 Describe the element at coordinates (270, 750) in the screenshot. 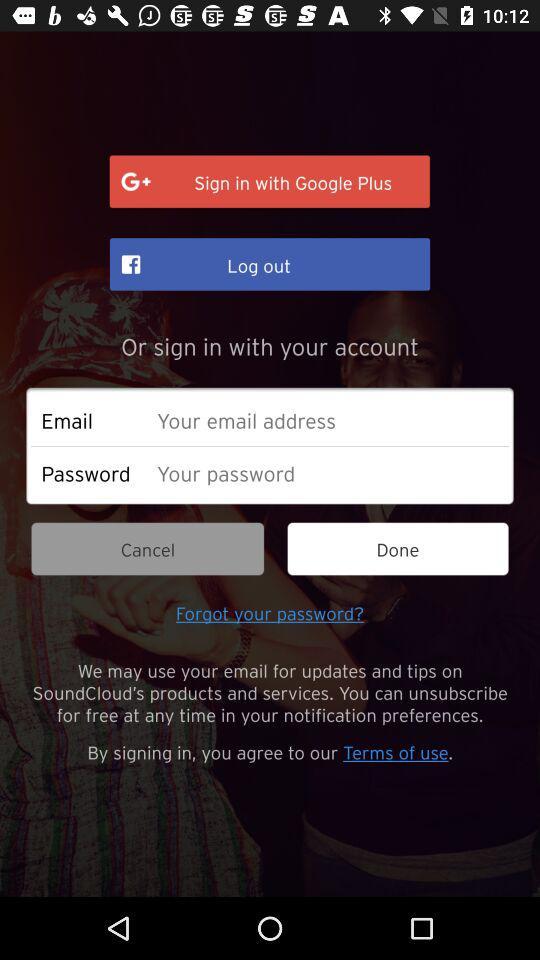

I see `the item below we may use icon` at that location.